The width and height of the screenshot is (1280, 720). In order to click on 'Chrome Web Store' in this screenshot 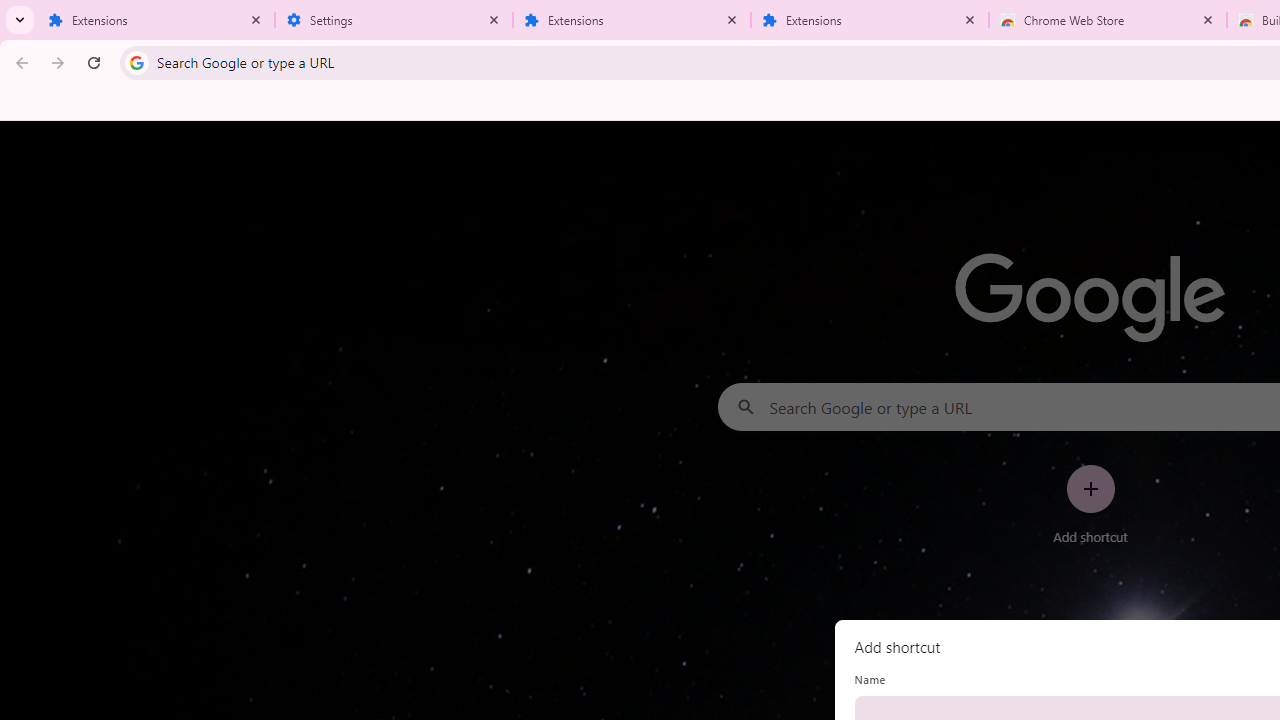, I will do `click(1107, 20)`.